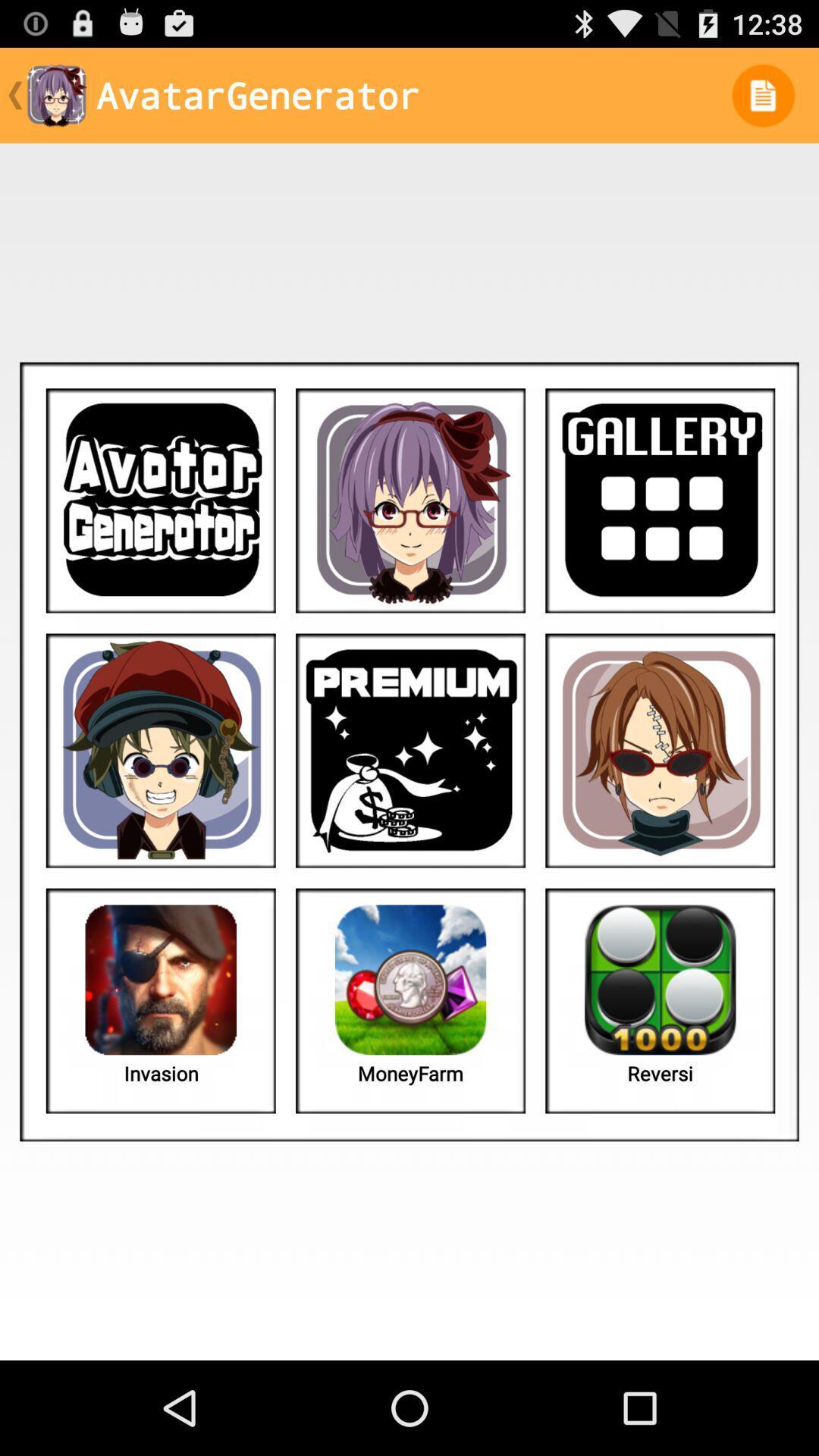 This screenshot has height=1456, width=819. What do you see at coordinates (763, 94) in the screenshot?
I see `the icon which is just below the time` at bounding box center [763, 94].